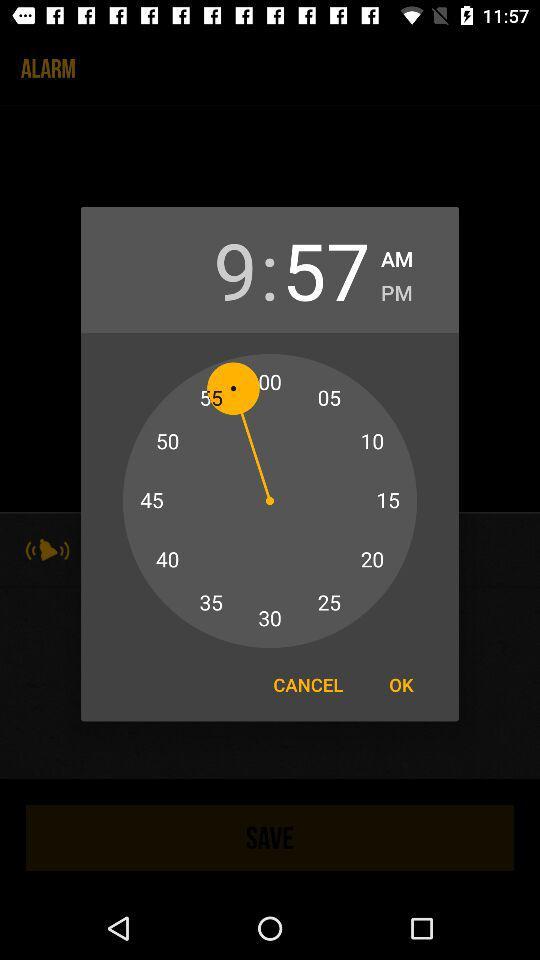 The height and width of the screenshot is (960, 540). Describe the element at coordinates (396, 288) in the screenshot. I see `pm icon` at that location.